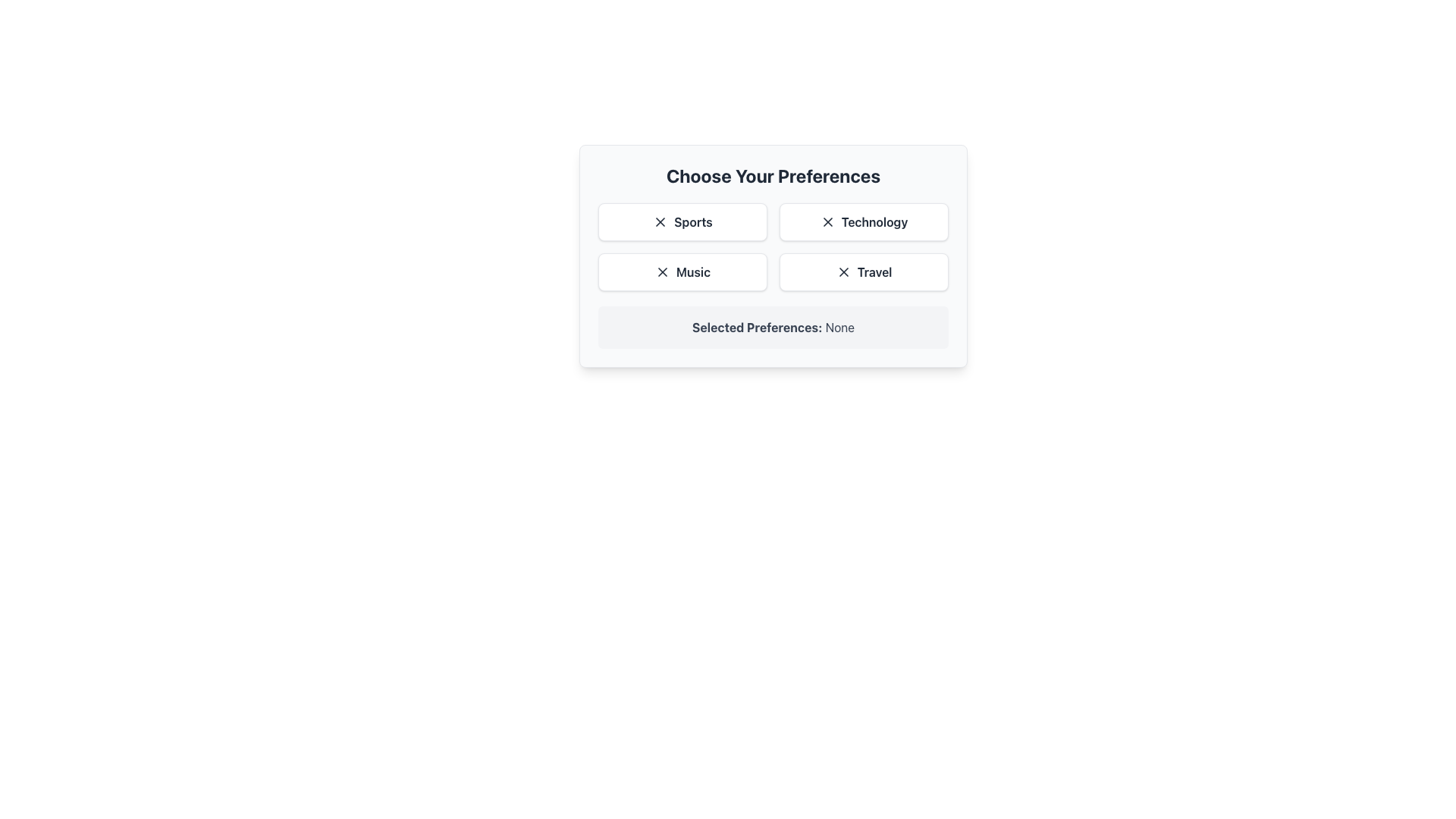 Image resolution: width=1456 pixels, height=819 pixels. What do you see at coordinates (874, 222) in the screenshot?
I see `on the 'Technology' label text located next` at bounding box center [874, 222].